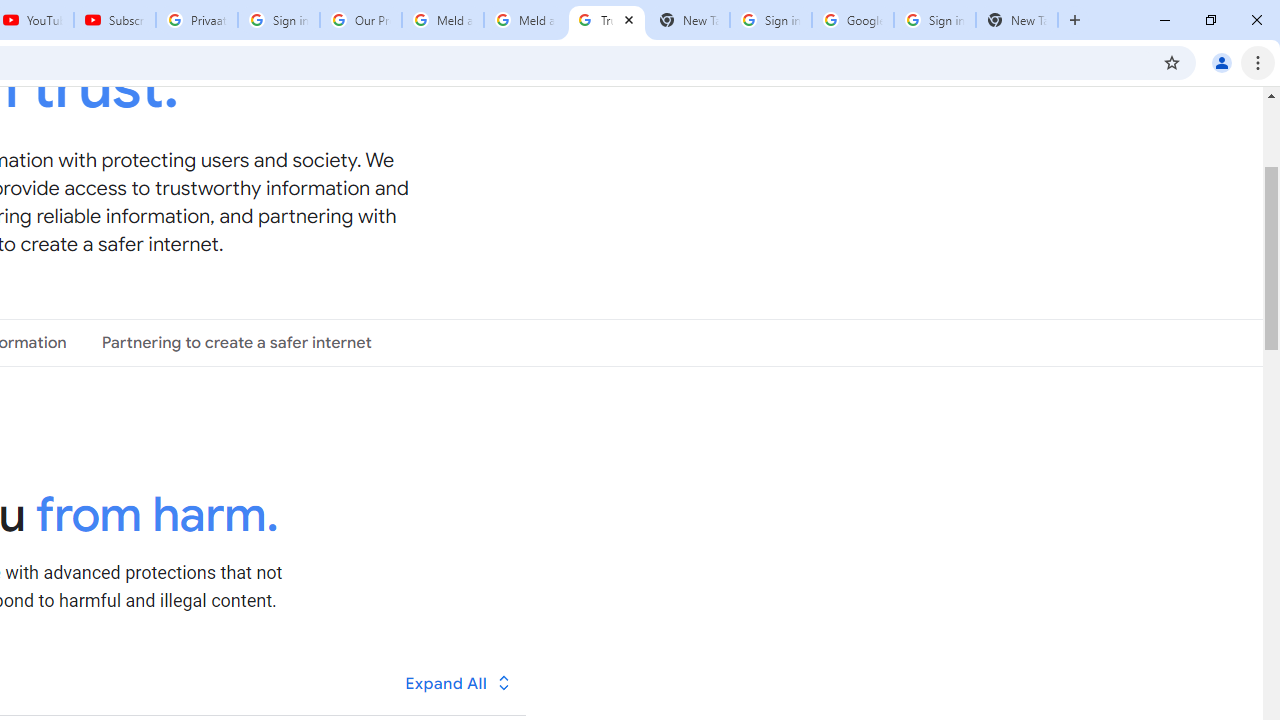 The height and width of the screenshot is (720, 1280). I want to click on 'Subscriptions - YouTube', so click(114, 20).